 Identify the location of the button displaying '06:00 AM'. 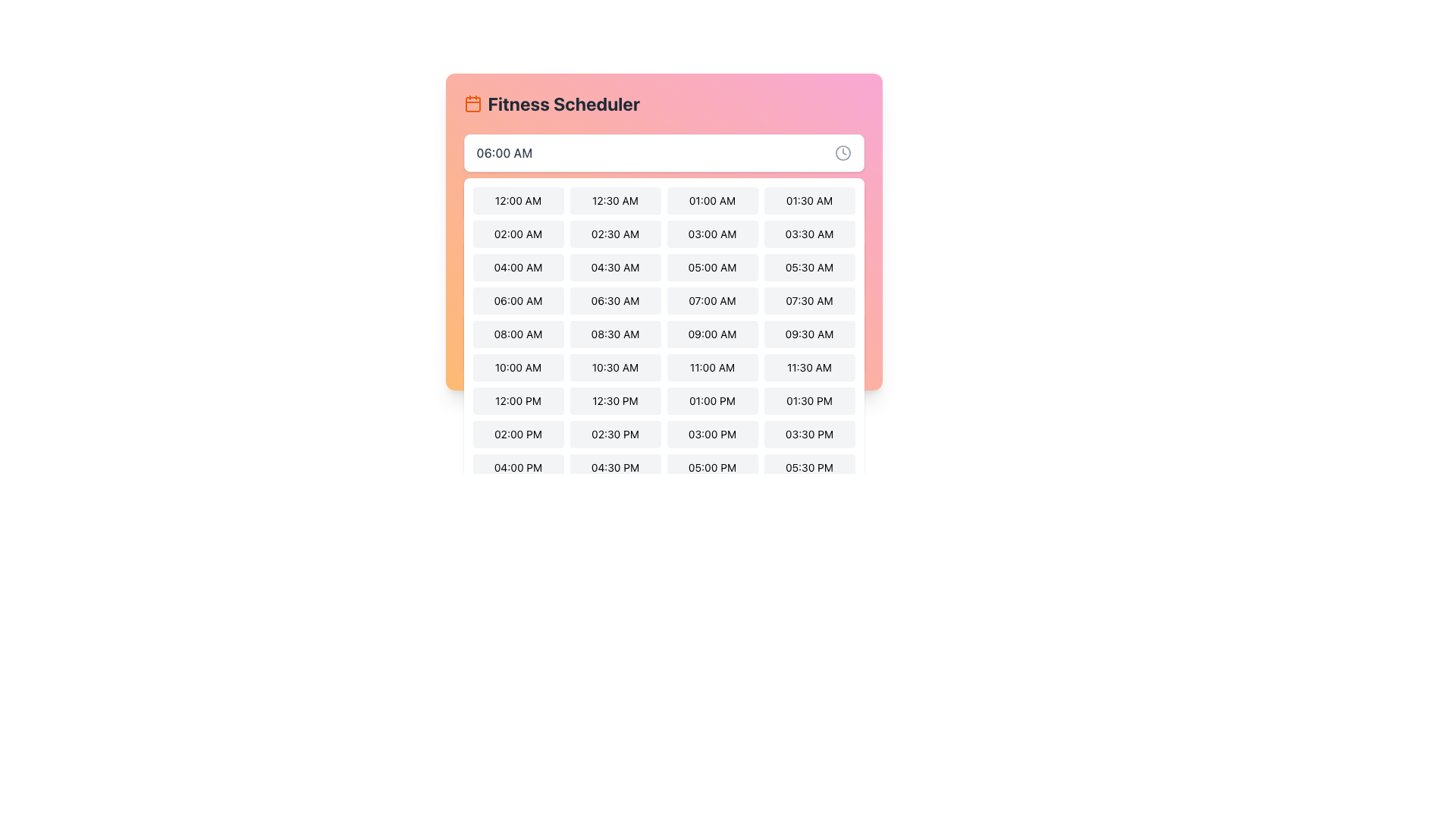
(518, 301).